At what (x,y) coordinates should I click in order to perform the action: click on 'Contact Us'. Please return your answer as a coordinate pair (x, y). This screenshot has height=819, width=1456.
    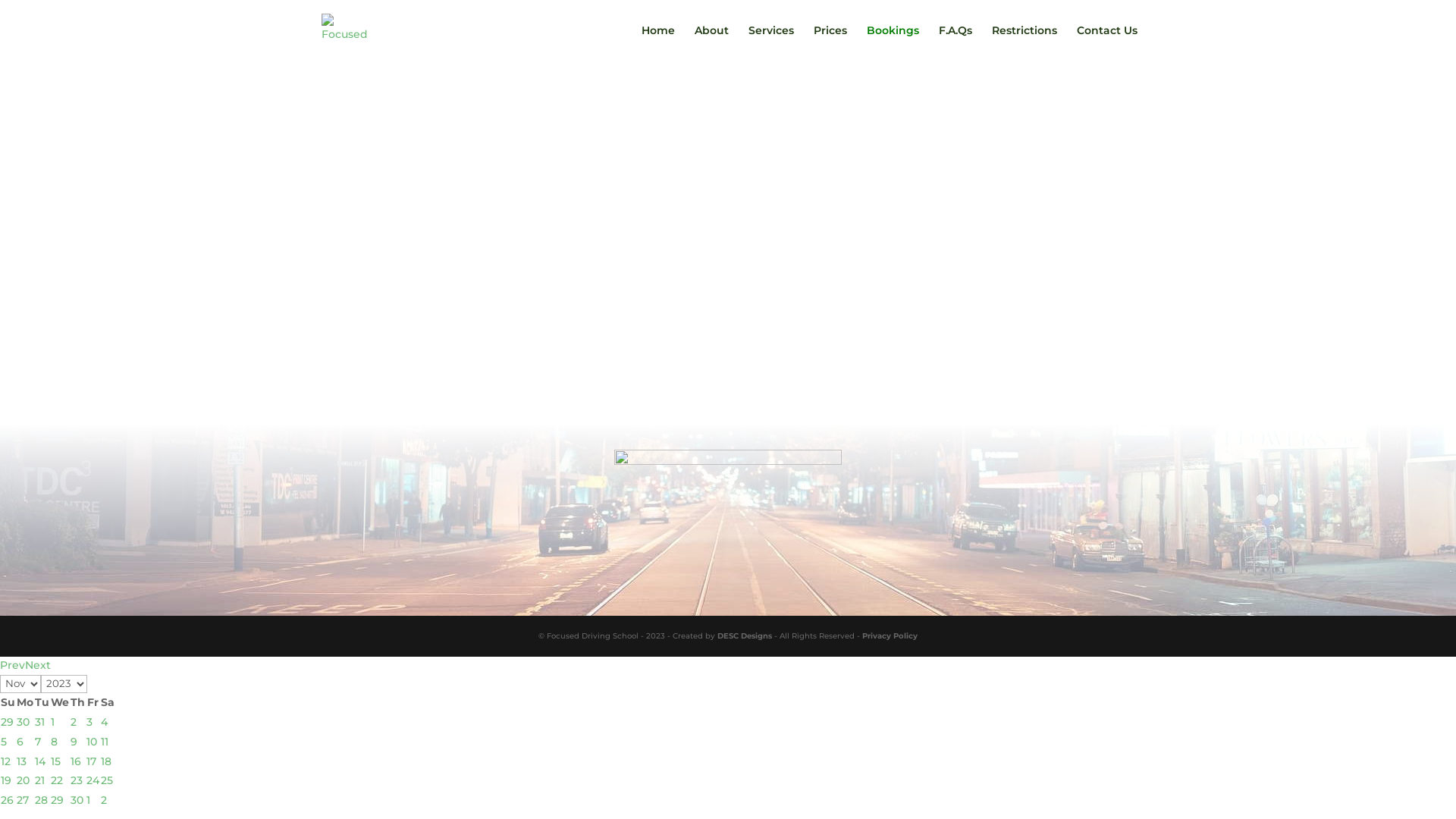
    Looking at the image, I should click on (1076, 42).